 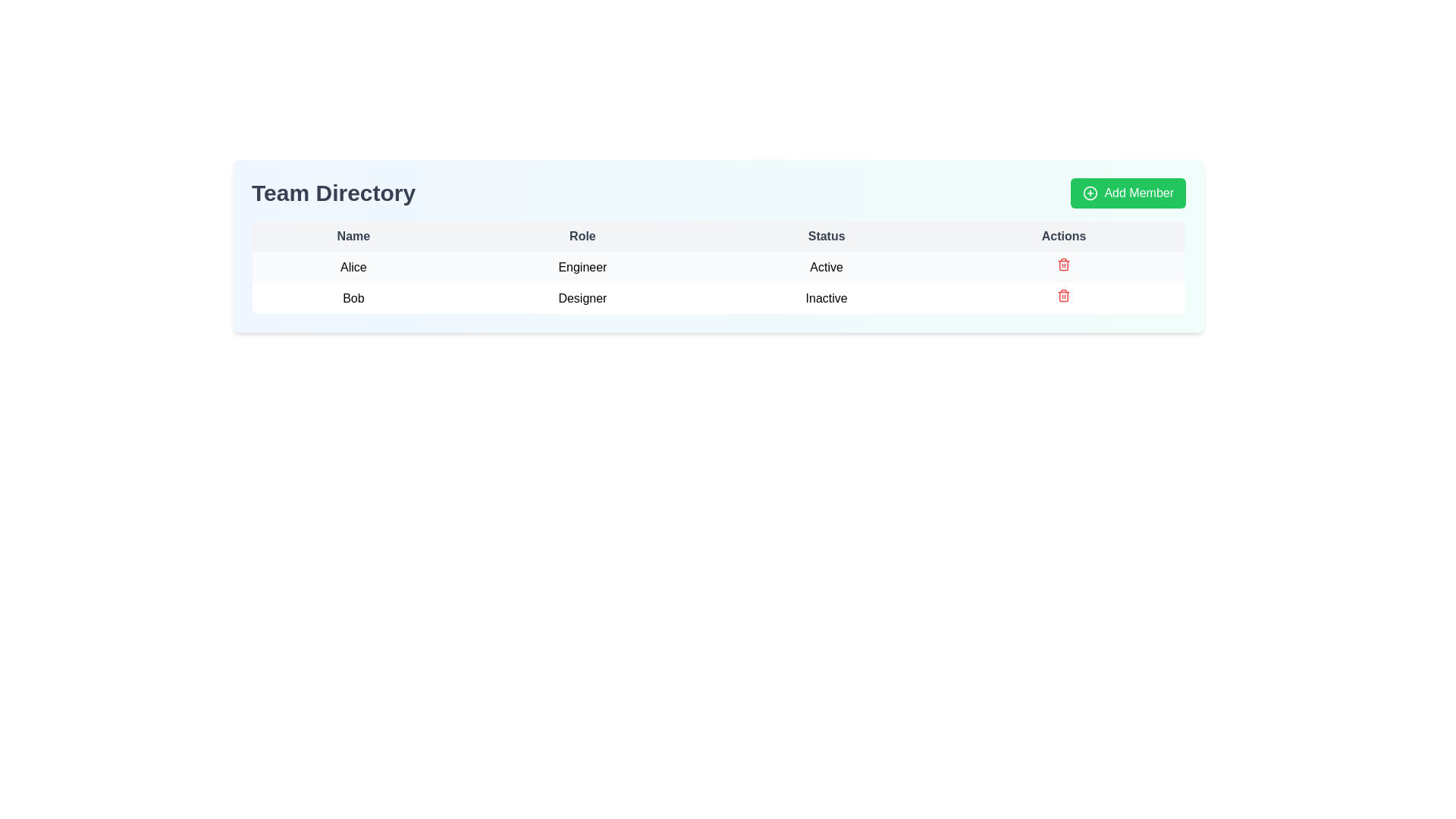 I want to click on the second column header in the 'Team Directory' table, which indicates the roles of the team members, positioned between the 'Name' and 'Status' headers, so click(x=582, y=236).